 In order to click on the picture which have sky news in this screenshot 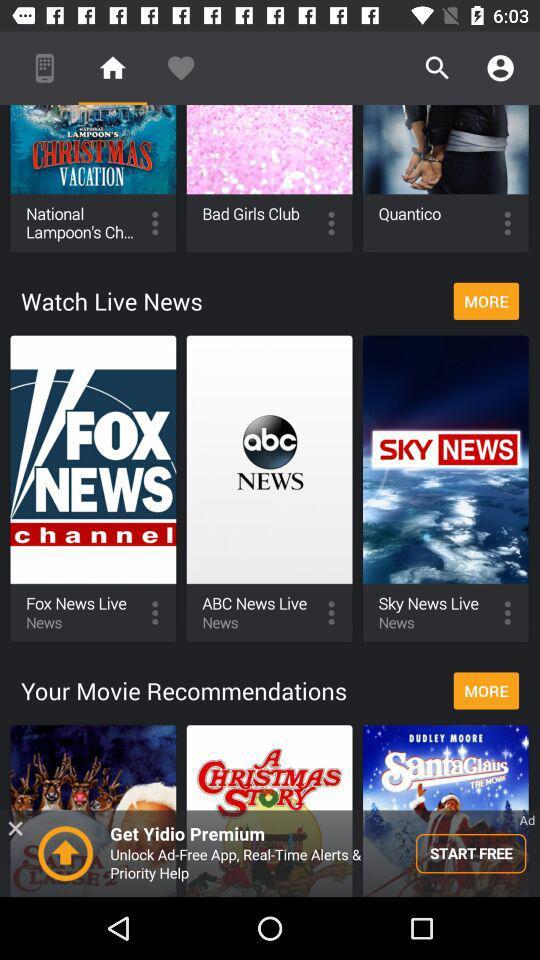, I will do `click(445, 488)`.